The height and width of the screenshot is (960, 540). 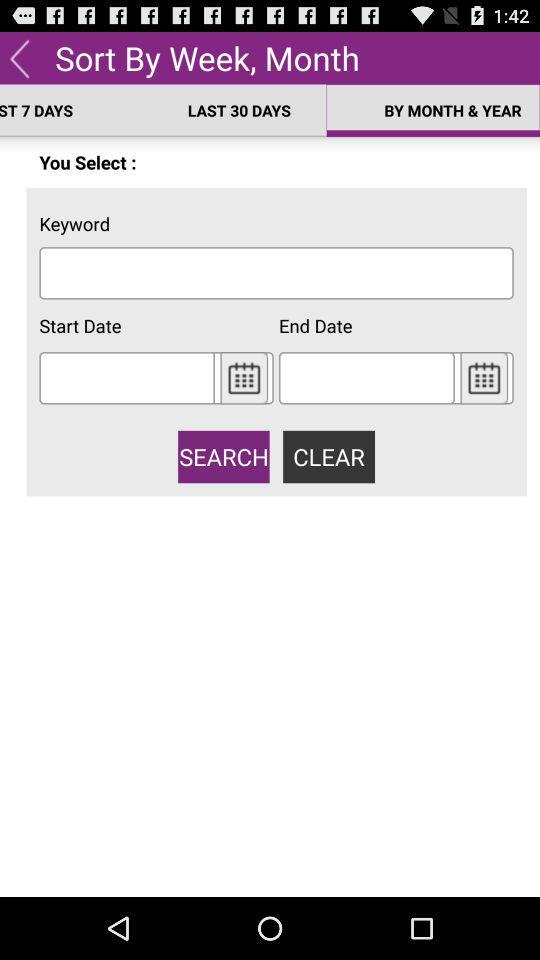 What do you see at coordinates (329, 456) in the screenshot?
I see `the icon next to the search button` at bounding box center [329, 456].